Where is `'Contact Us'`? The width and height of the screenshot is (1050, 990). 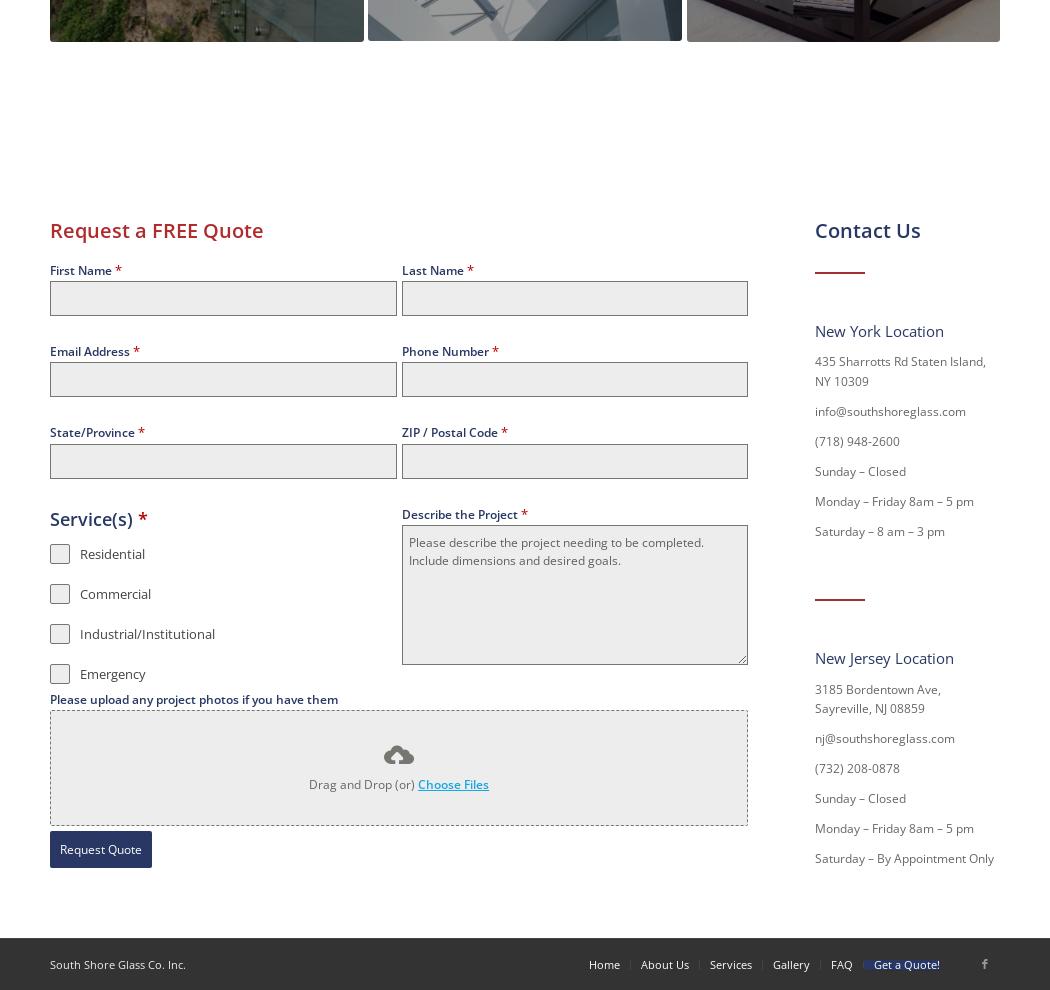
'Contact Us' is located at coordinates (867, 228).